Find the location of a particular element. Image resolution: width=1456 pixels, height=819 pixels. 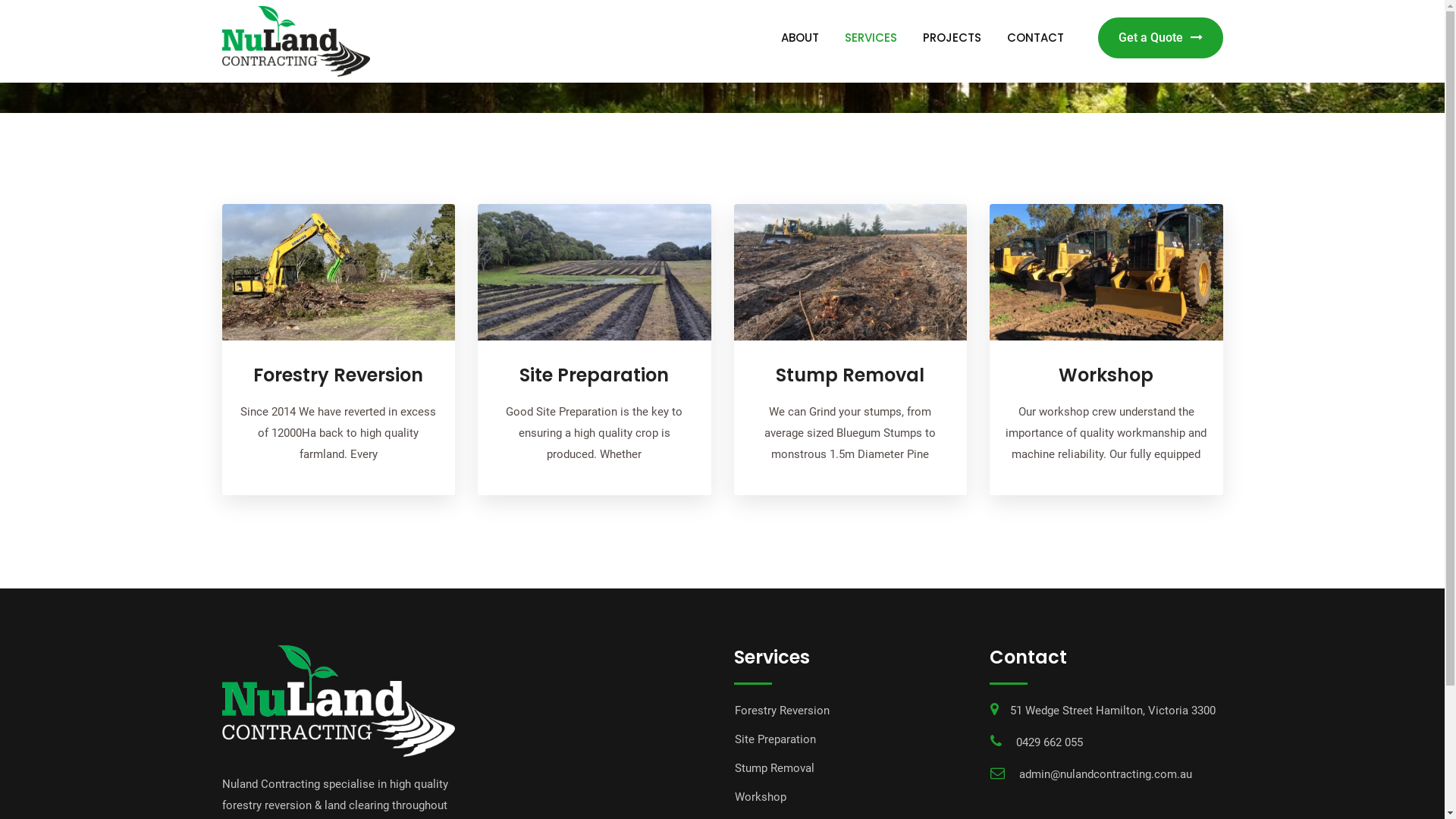

'admin@nulandcontracting.com.au' is located at coordinates (1106, 774).